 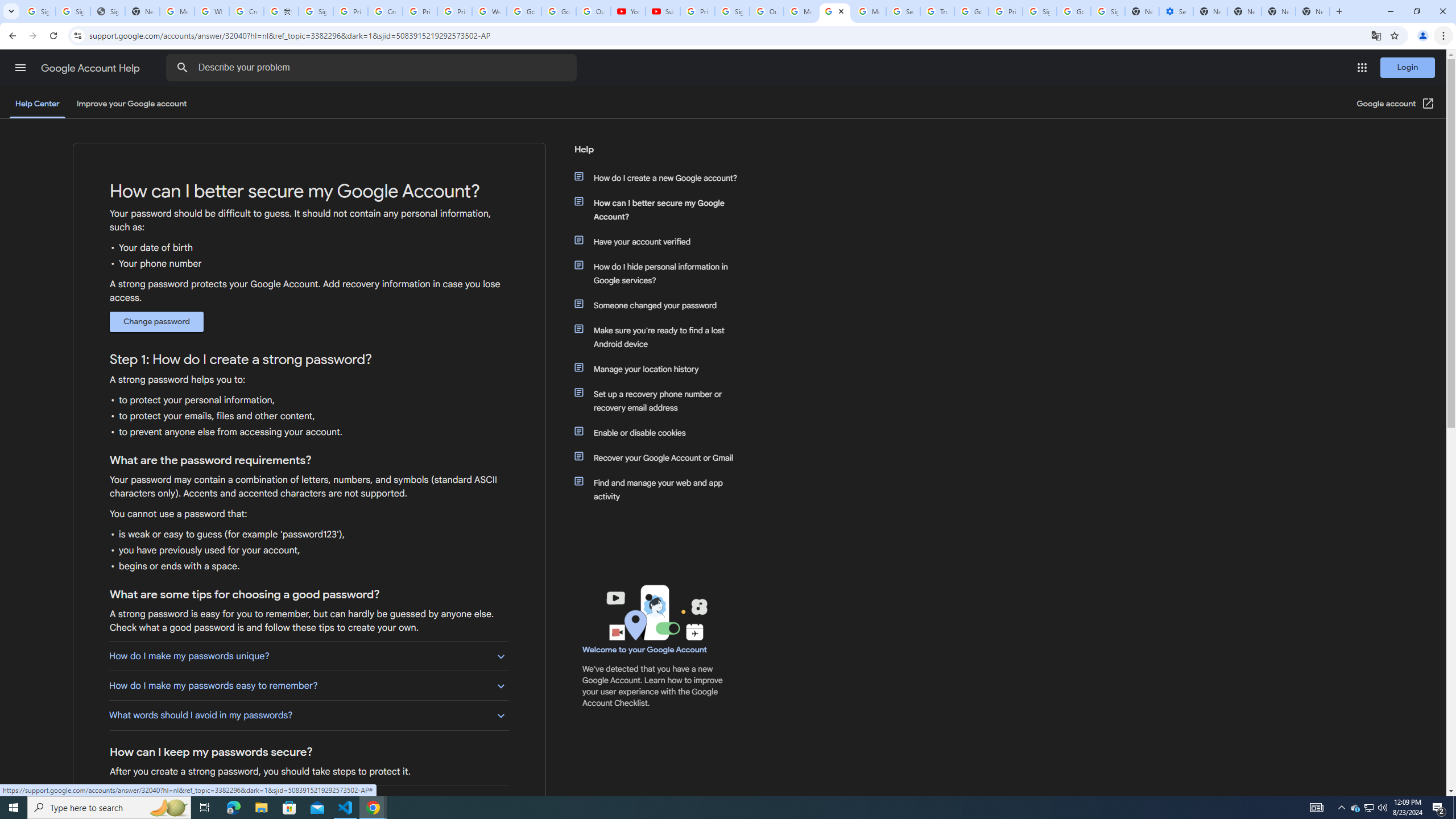 What do you see at coordinates (1312, 11) in the screenshot?
I see `'New Tab'` at bounding box center [1312, 11].